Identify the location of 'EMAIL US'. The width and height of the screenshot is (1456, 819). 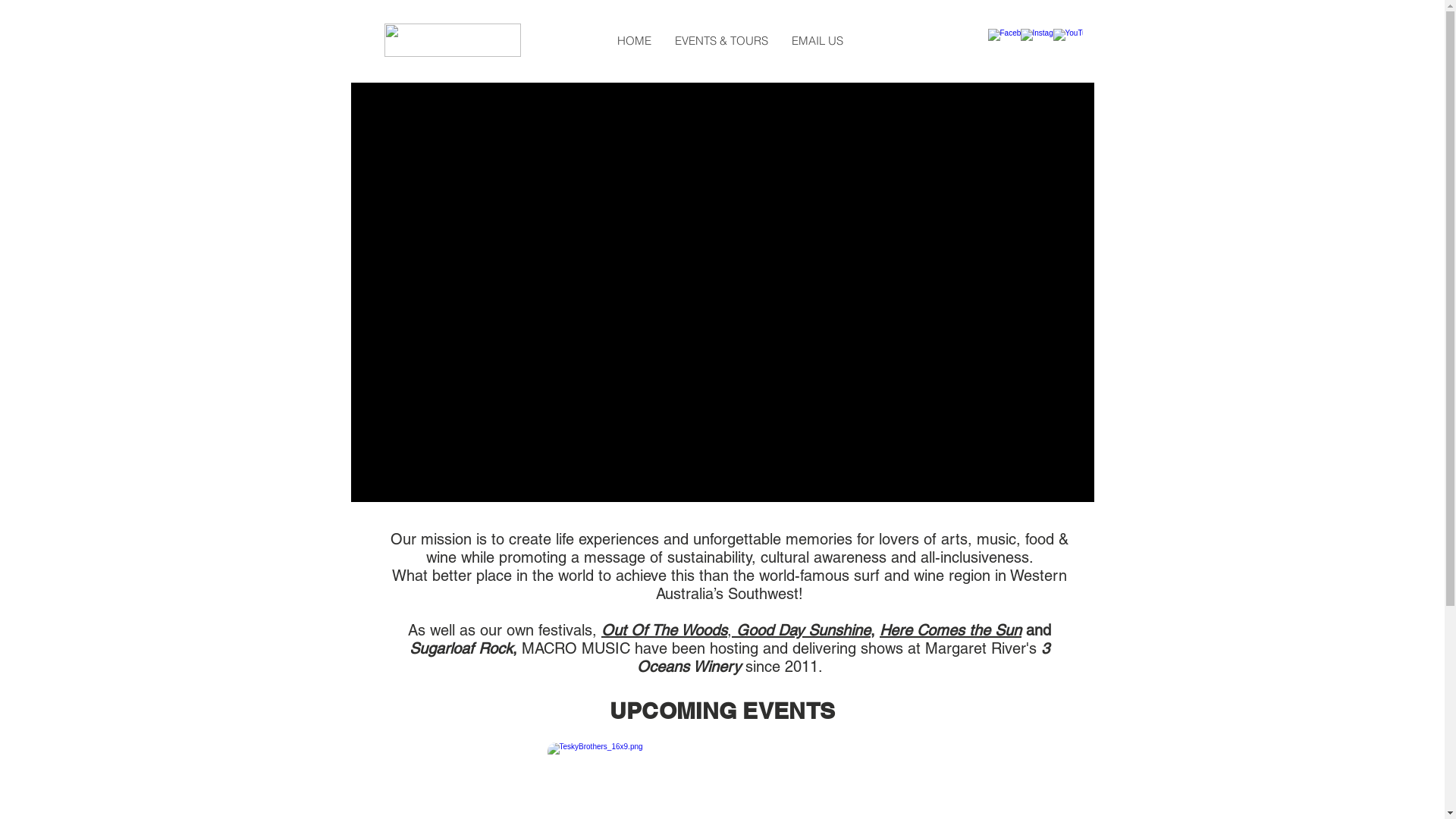
(816, 39).